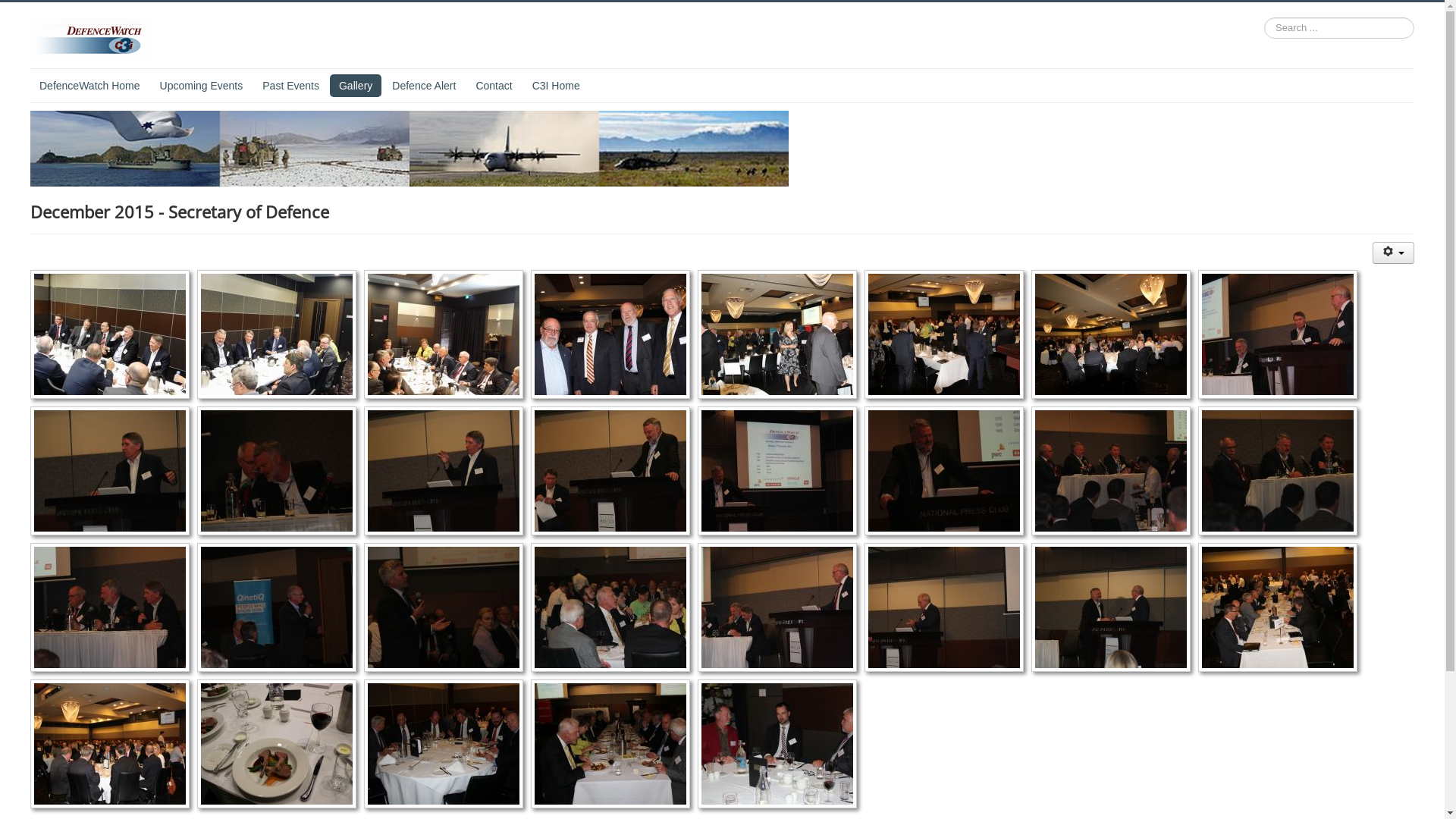  What do you see at coordinates (290, 85) in the screenshot?
I see `'Past Events'` at bounding box center [290, 85].